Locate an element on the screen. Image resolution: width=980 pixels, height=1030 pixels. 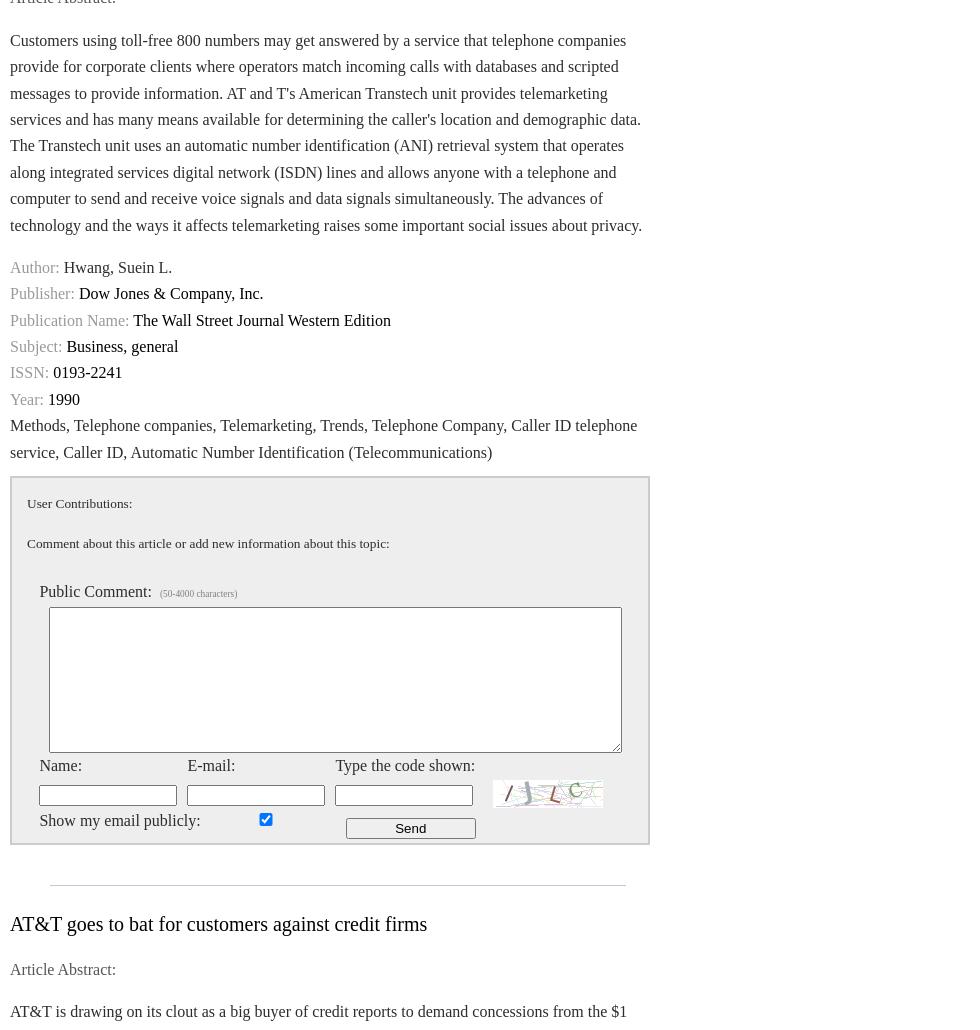
'Business, general' is located at coordinates (122, 346).